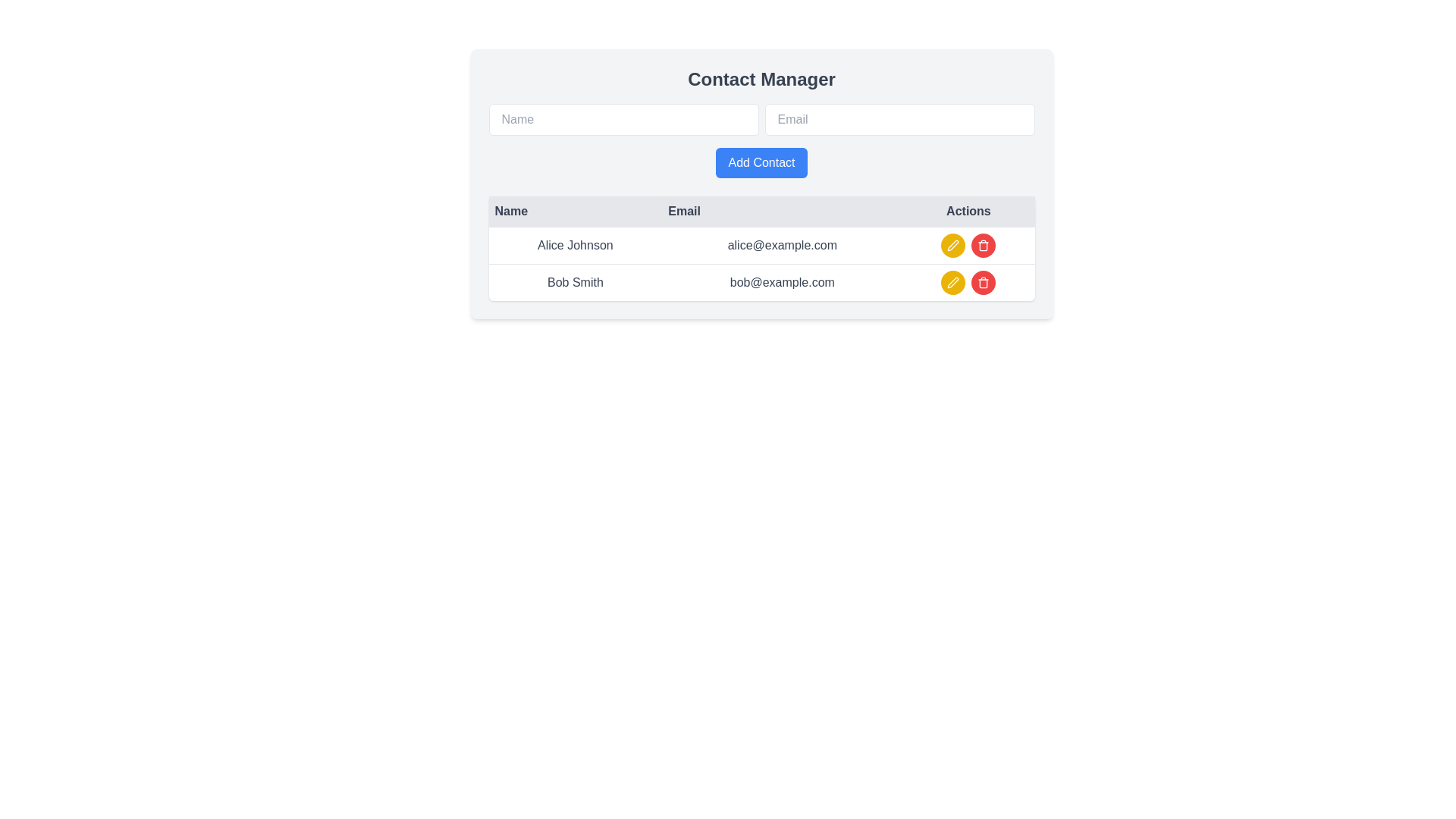  What do you see at coordinates (761, 163) in the screenshot?
I see `the blue 'Add Contact' button to observe the background color change when hovered over` at bounding box center [761, 163].